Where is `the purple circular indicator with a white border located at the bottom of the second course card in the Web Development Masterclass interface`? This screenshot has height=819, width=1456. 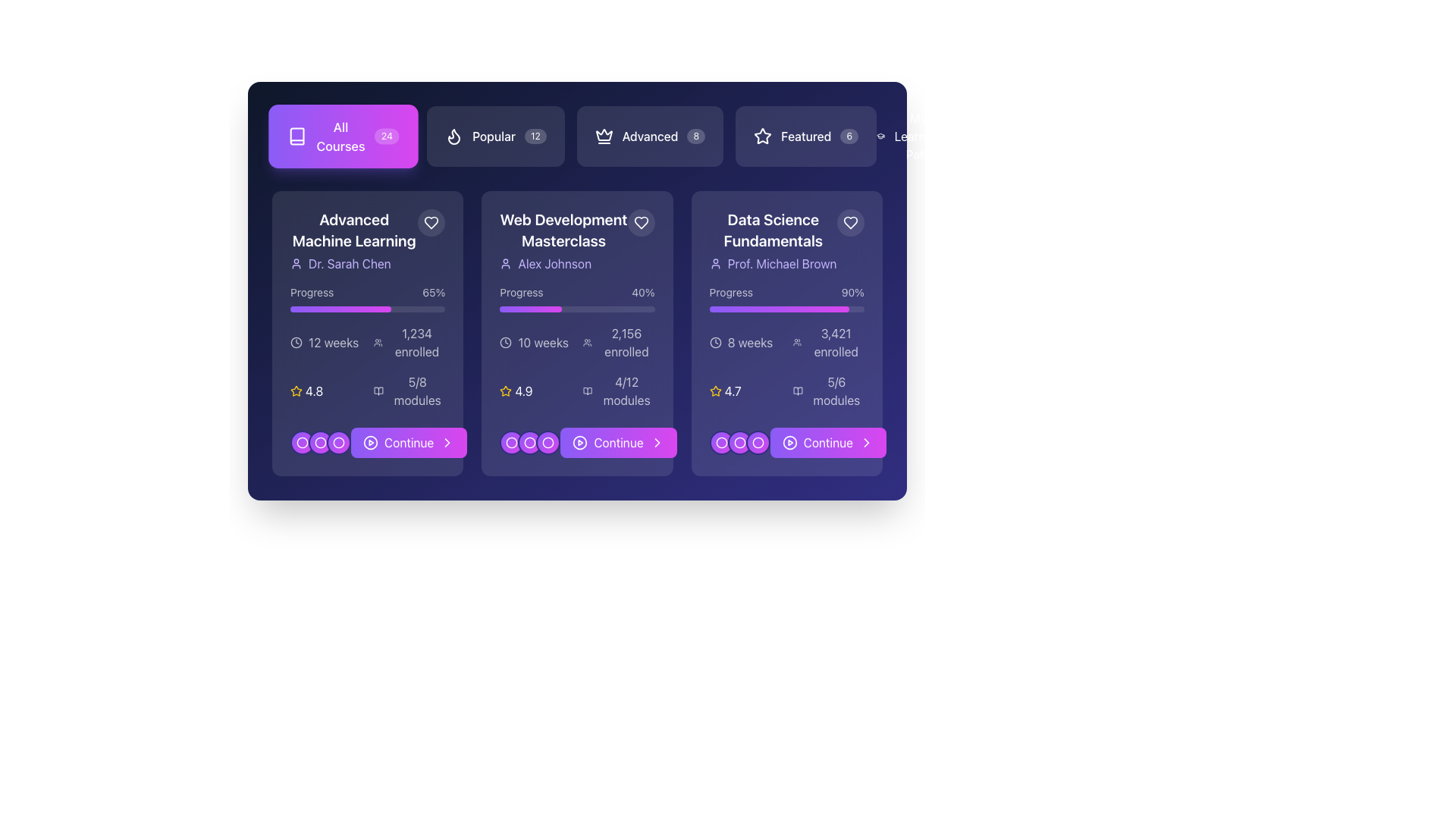 the purple circular indicator with a white border located at the bottom of the second course card in the Web Development Masterclass interface is located at coordinates (512, 442).